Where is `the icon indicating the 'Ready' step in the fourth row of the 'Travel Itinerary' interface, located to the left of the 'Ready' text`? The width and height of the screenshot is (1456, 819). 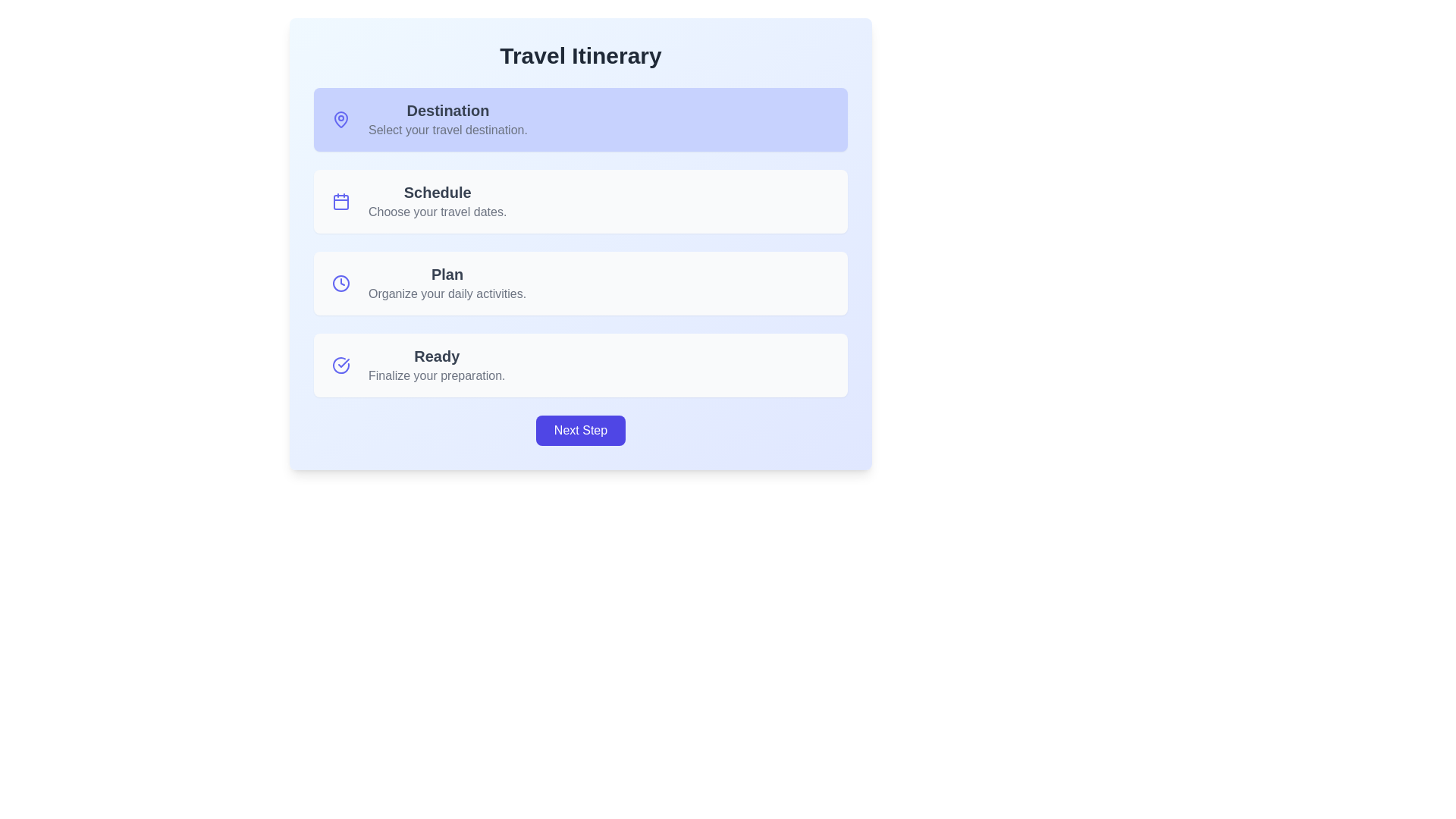 the icon indicating the 'Ready' step in the fourth row of the 'Travel Itinerary' interface, located to the left of the 'Ready' text is located at coordinates (340, 366).